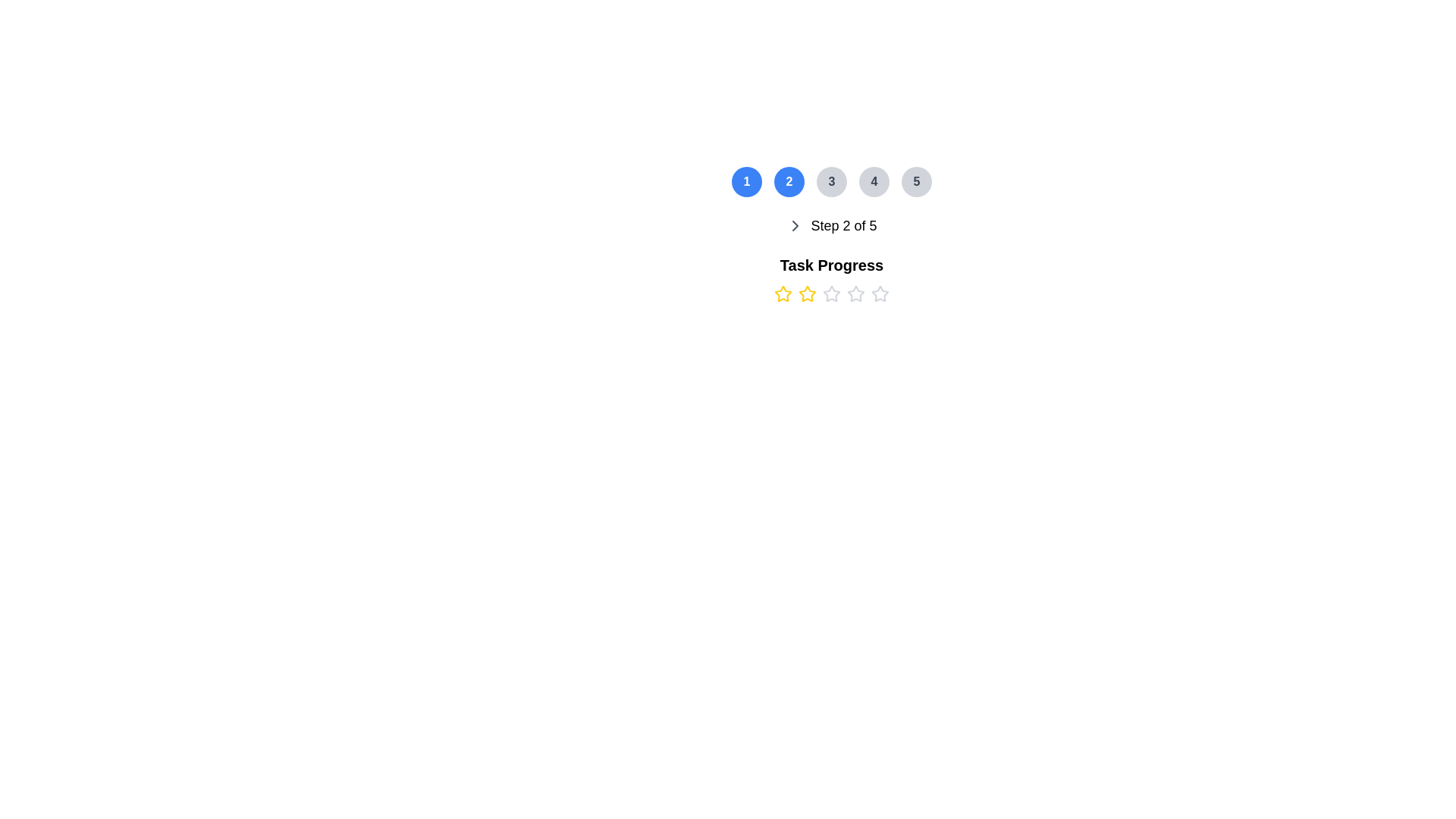 This screenshot has height=819, width=1456. What do you see at coordinates (783, 293) in the screenshot?
I see `the first star icon in the horizontal array of five star icons below the text 'Task Progress'` at bounding box center [783, 293].